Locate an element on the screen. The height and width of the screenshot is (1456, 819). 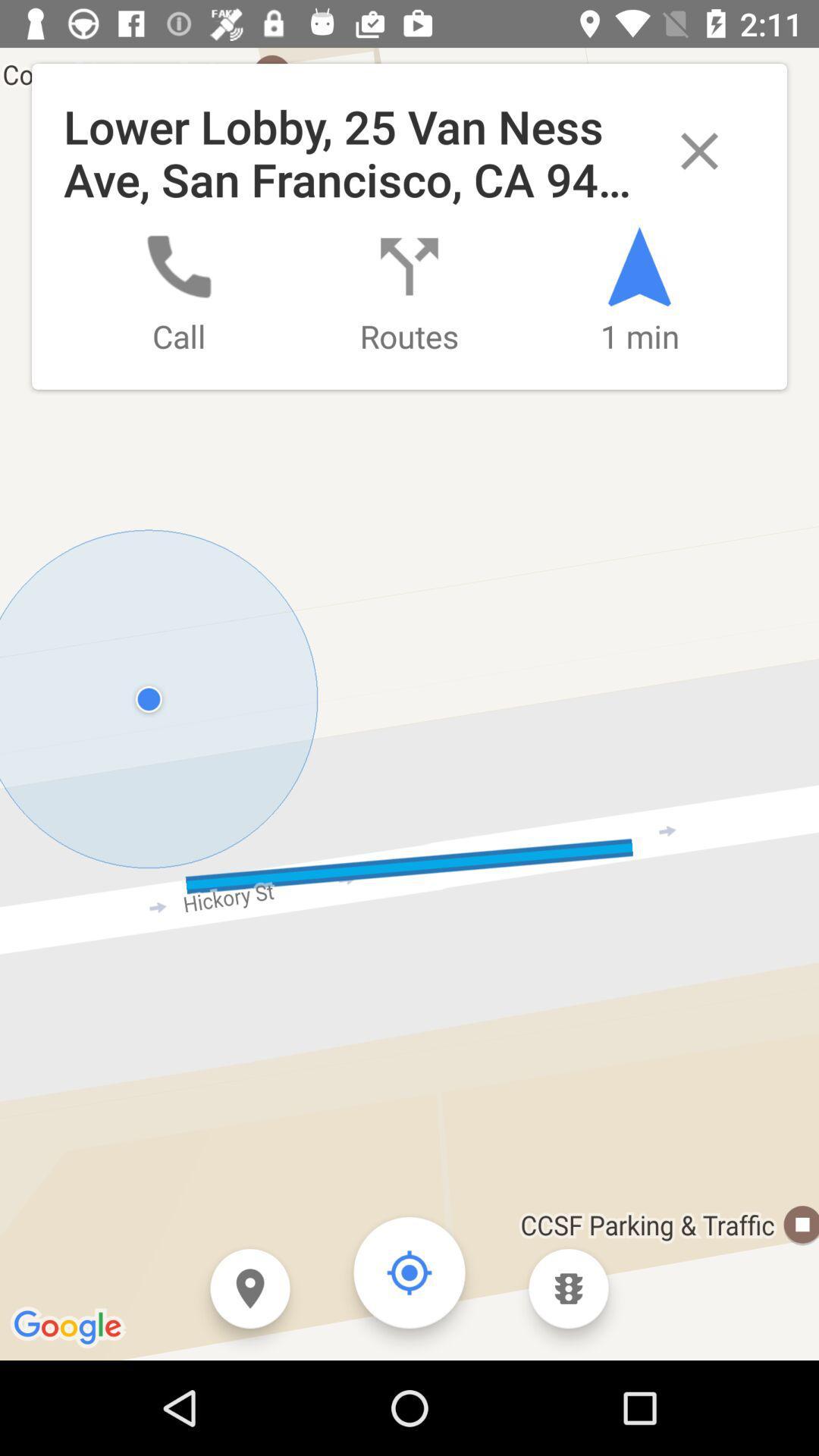
the icon which is on the right side of location pin icon is located at coordinates (409, 1272).